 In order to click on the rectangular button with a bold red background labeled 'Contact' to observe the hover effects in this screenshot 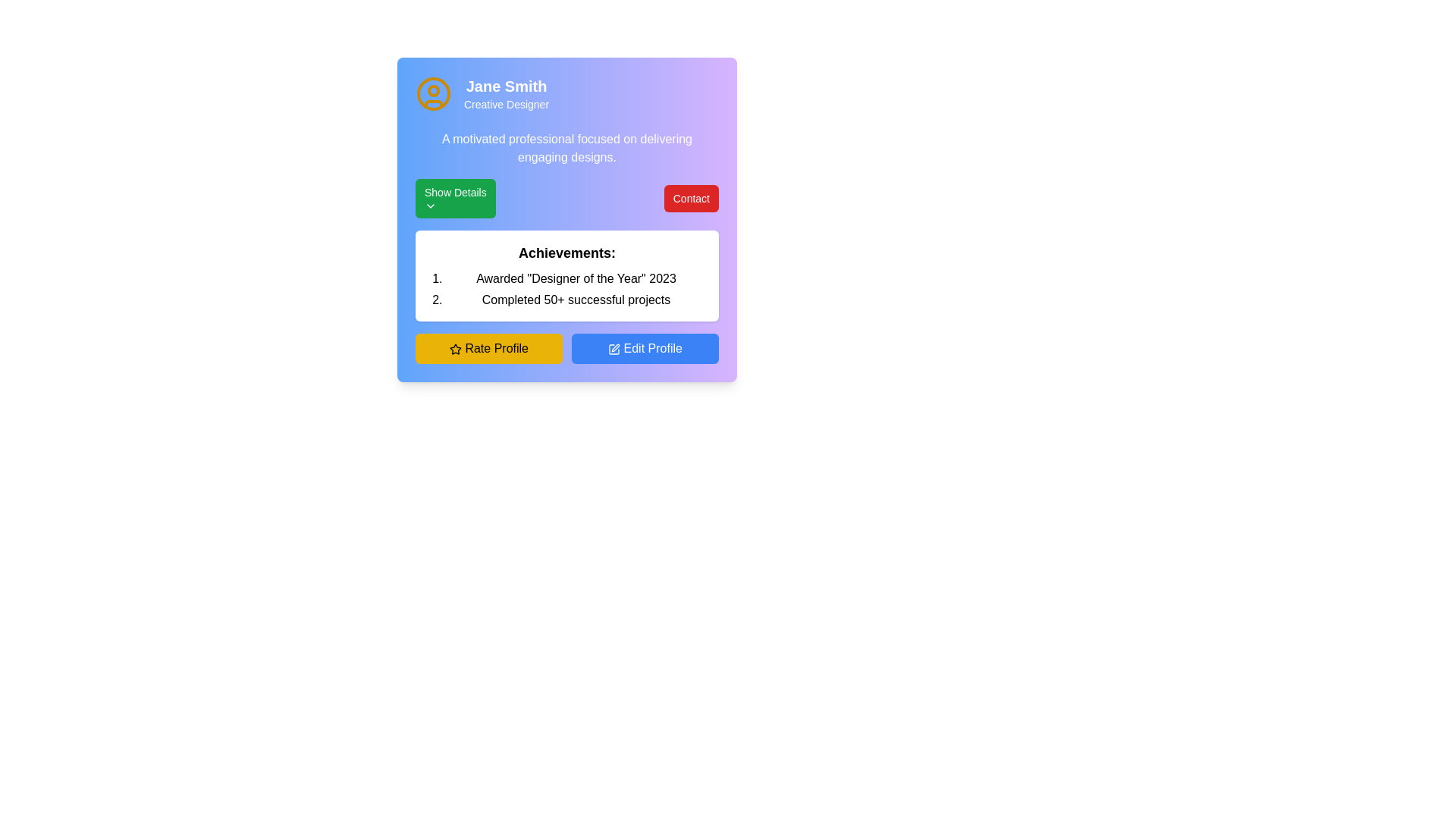, I will do `click(690, 198)`.